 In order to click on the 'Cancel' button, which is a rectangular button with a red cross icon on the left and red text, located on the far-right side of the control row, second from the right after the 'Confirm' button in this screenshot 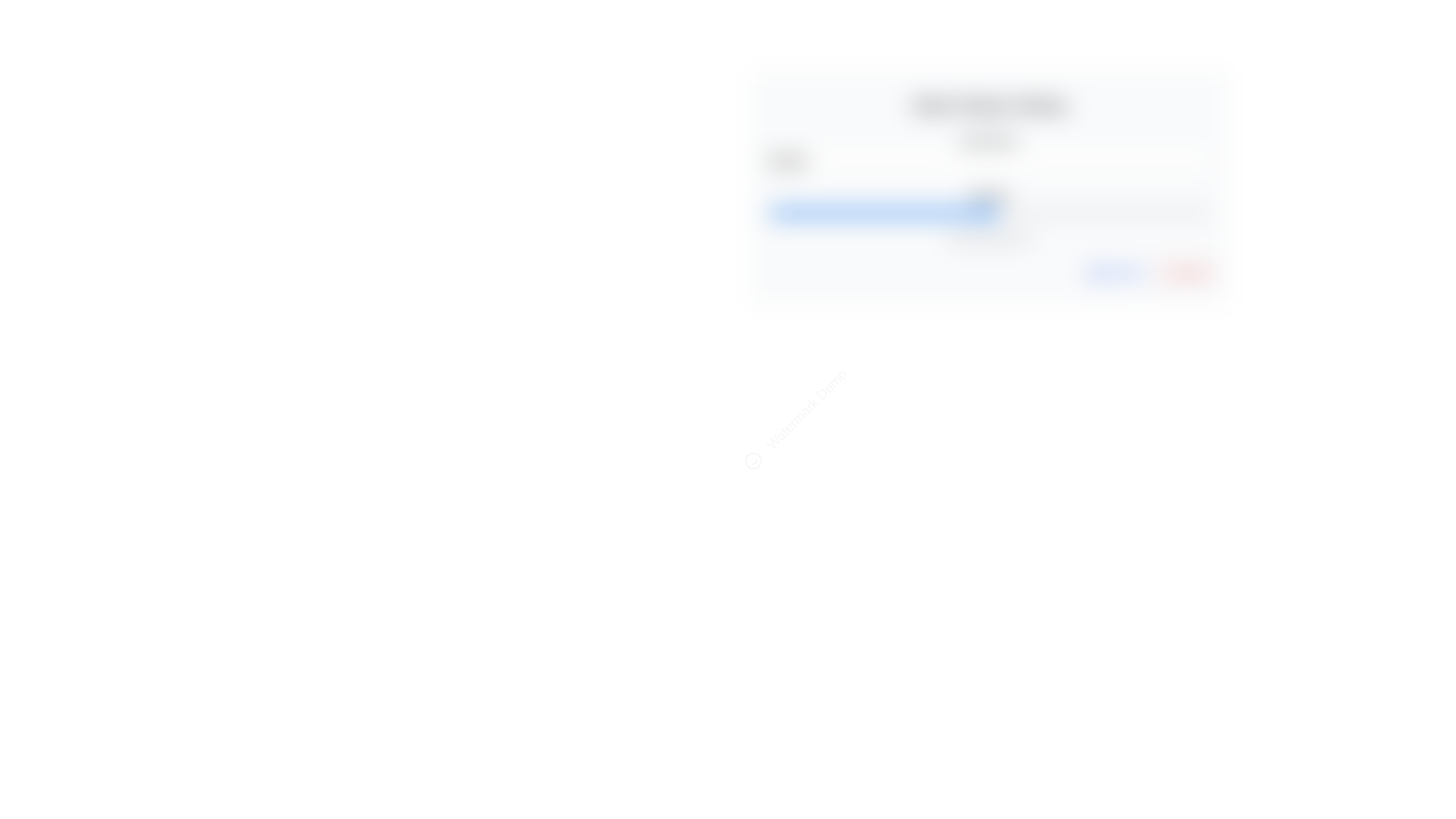, I will do `click(1183, 271)`.